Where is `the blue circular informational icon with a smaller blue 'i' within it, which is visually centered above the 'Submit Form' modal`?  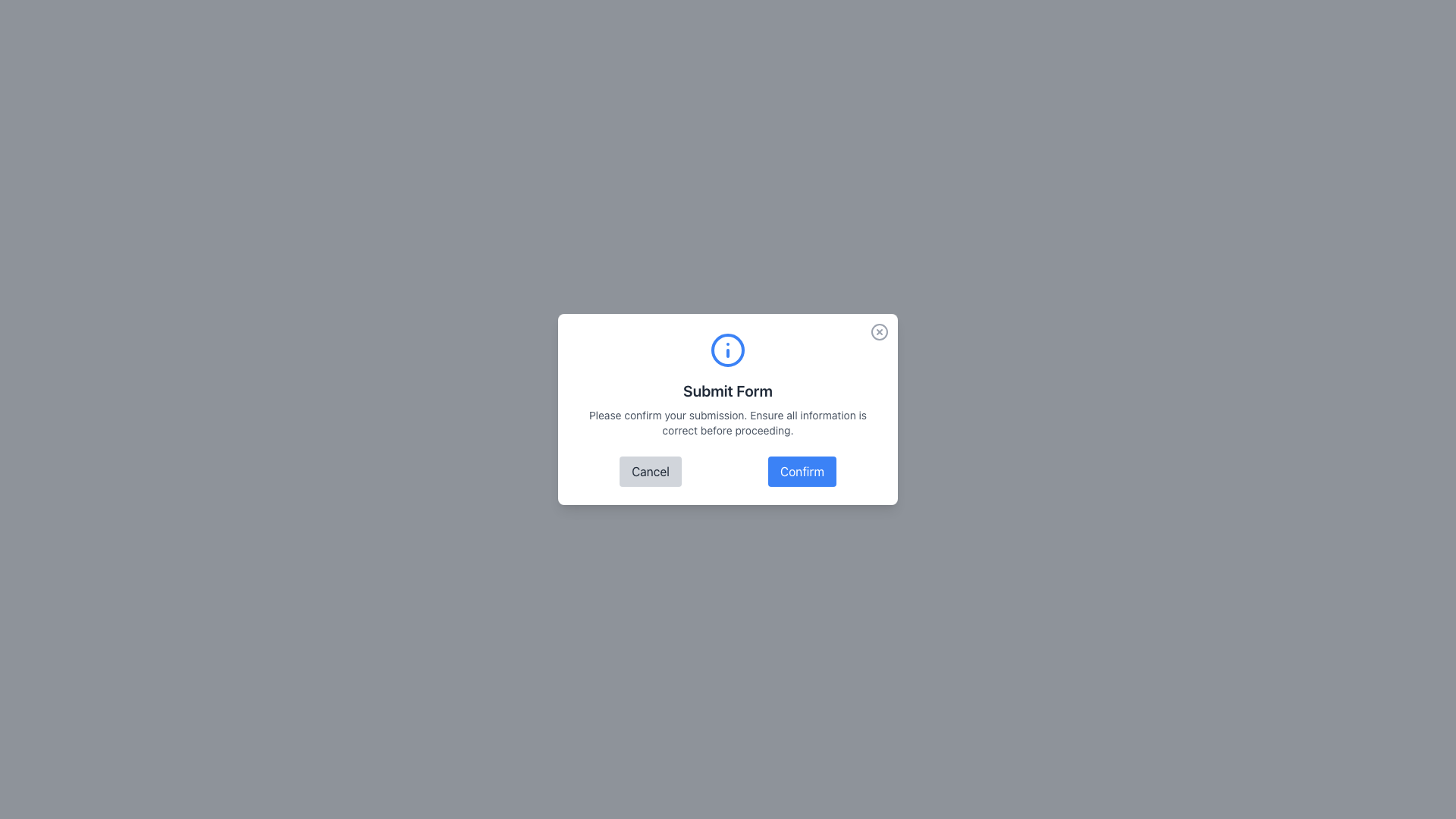
the blue circular informational icon with a smaller blue 'i' within it, which is visually centered above the 'Submit Form' modal is located at coordinates (728, 350).